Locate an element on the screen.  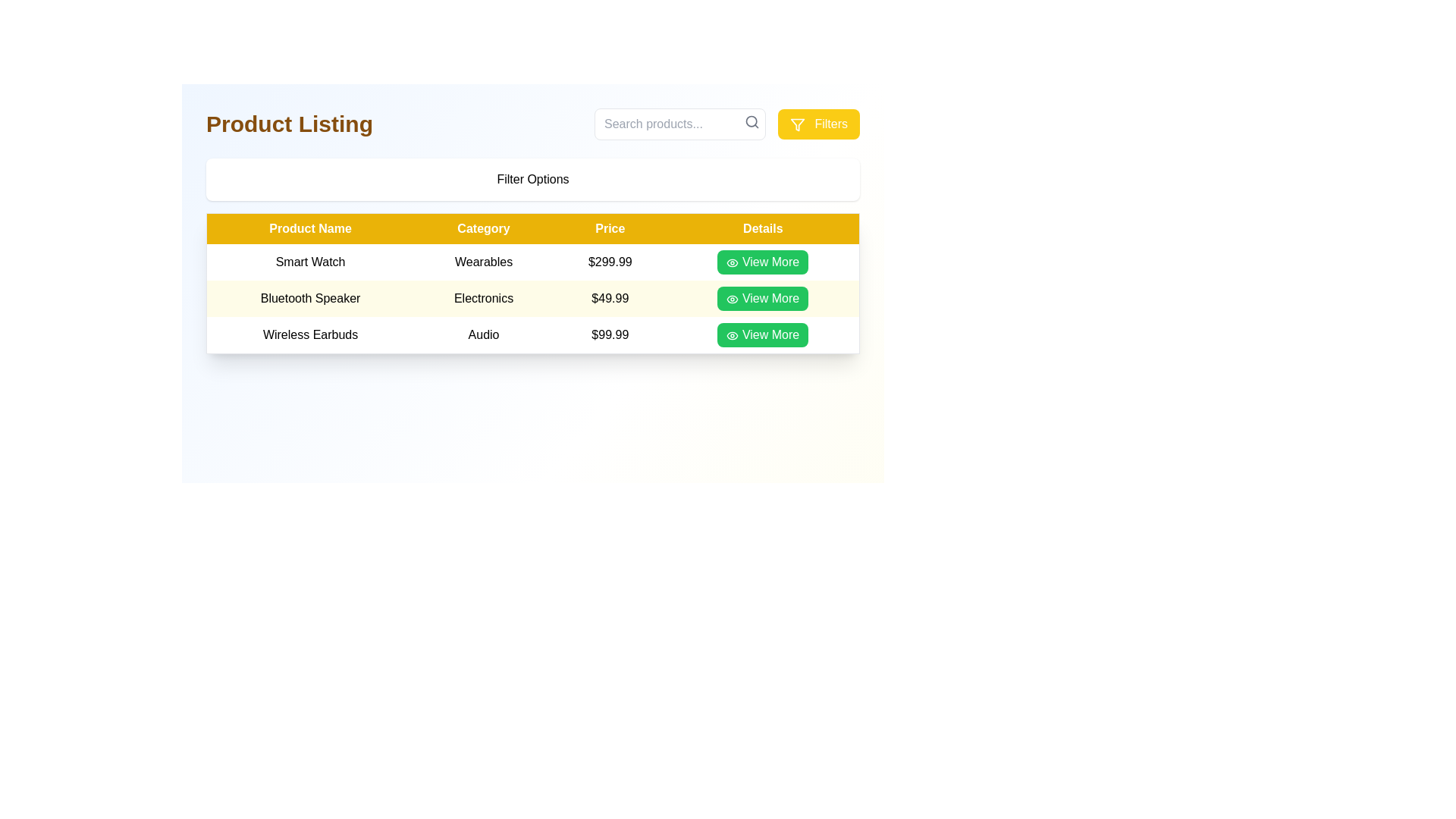
the first column header cell of the data table displaying product names, located at the top-left of the table above the 'Smart Watch' row is located at coordinates (309, 228).